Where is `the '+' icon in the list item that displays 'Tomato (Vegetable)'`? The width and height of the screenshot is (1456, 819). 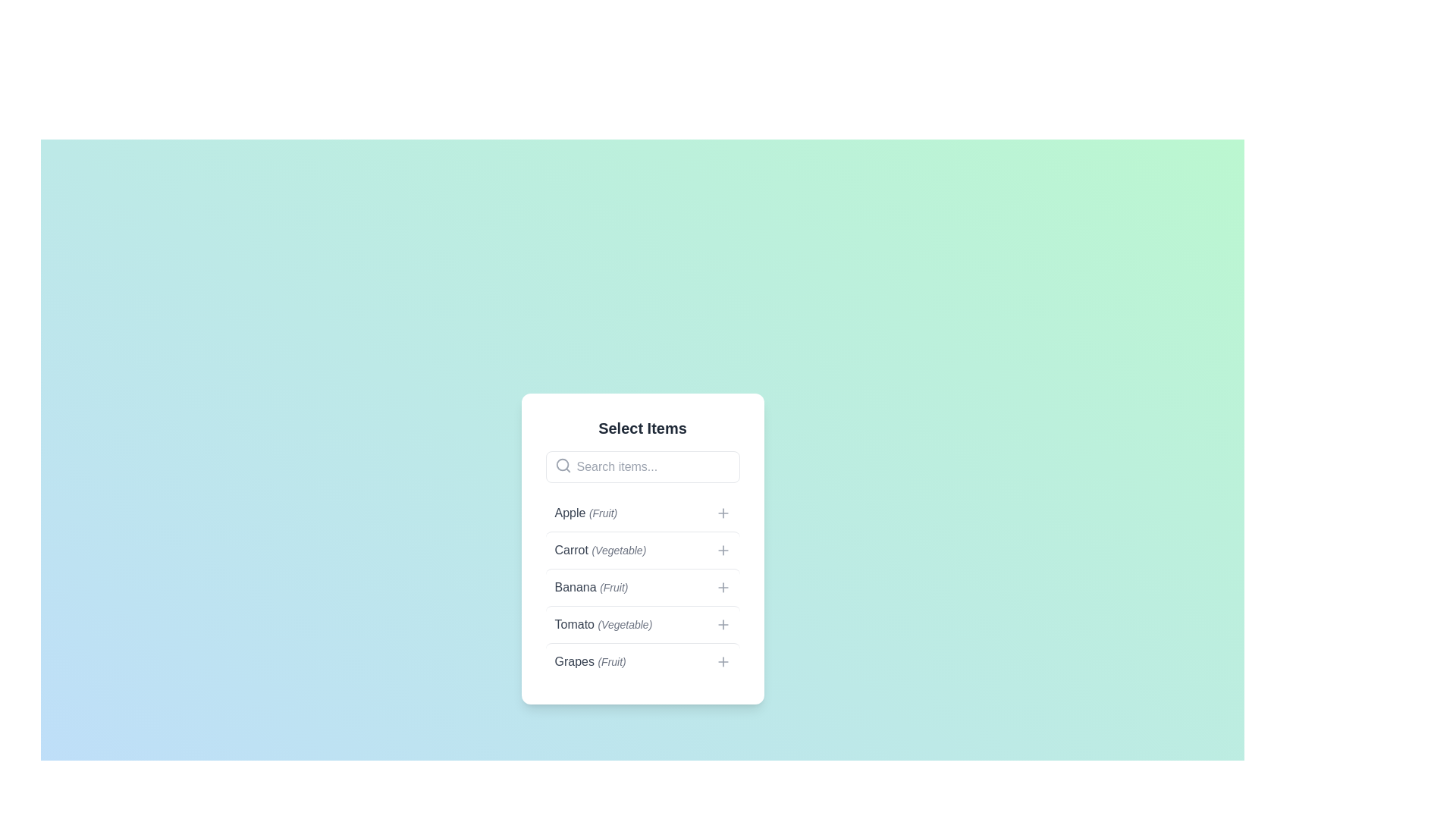 the '+' icon in the list item that displays 'Tomato (Vegetable)' is located at coordinates (642, 624).